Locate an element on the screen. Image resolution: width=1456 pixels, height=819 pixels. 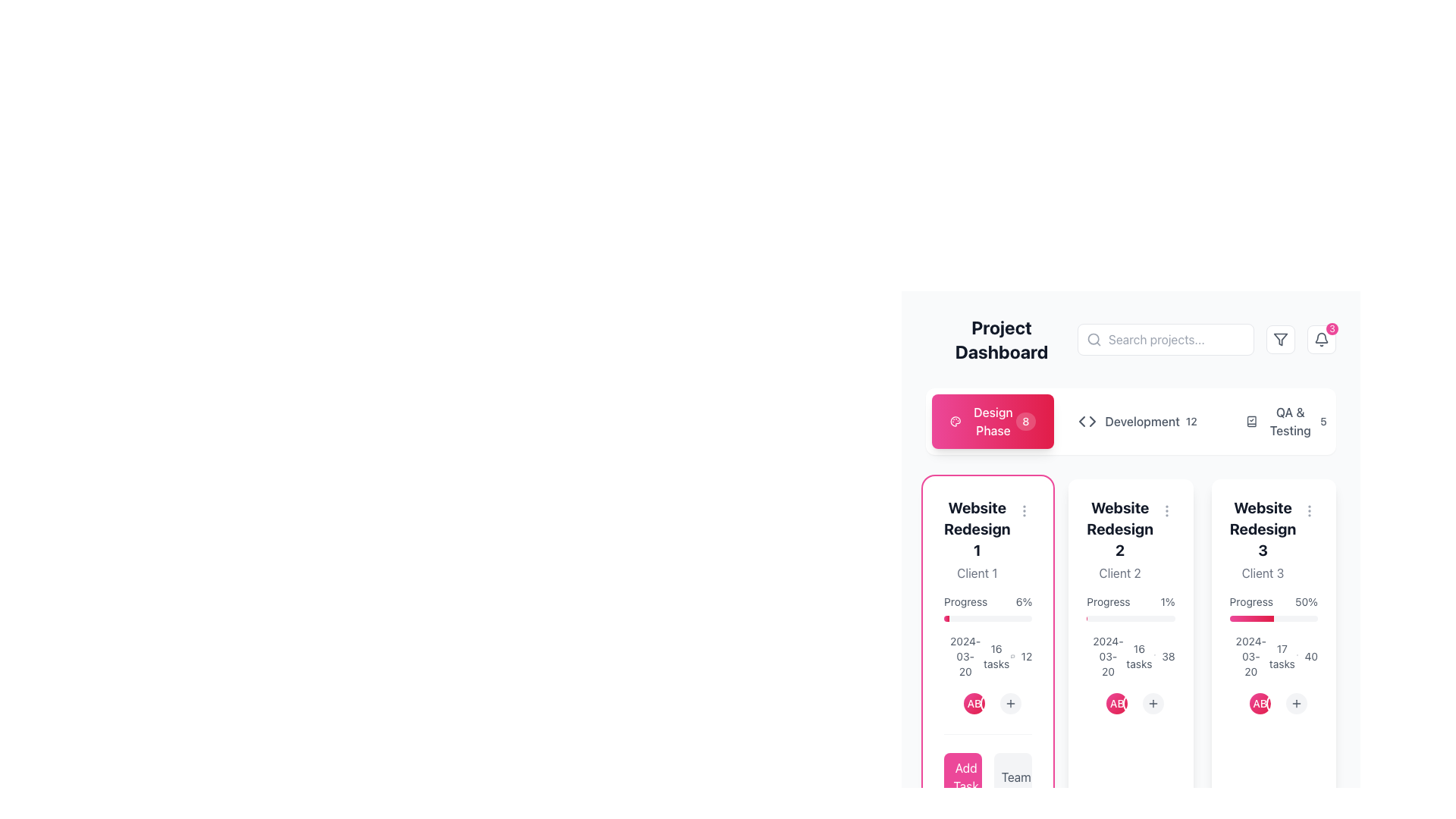
the 'Team' button, which is a minimalistic element with soft gray background and rounded corners, located at the bottom of the 'Website Redesign 1' card is located at coordinates (1016, 777).